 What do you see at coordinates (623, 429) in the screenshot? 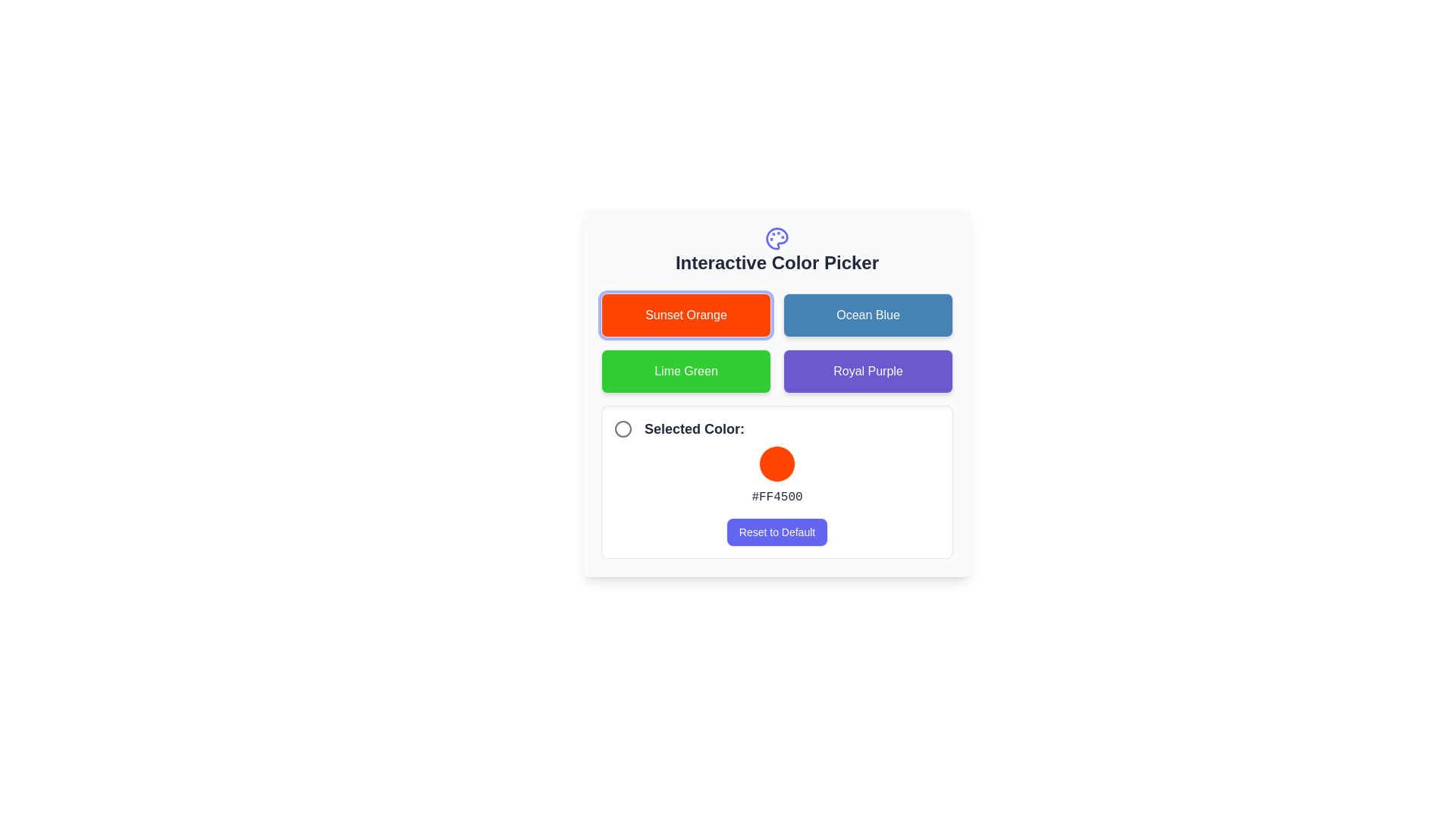
I see `the Graphical SVG circle element representing the selected color status in the 'Selected Color' section of the color options interface` at bounding box center [623, 429].